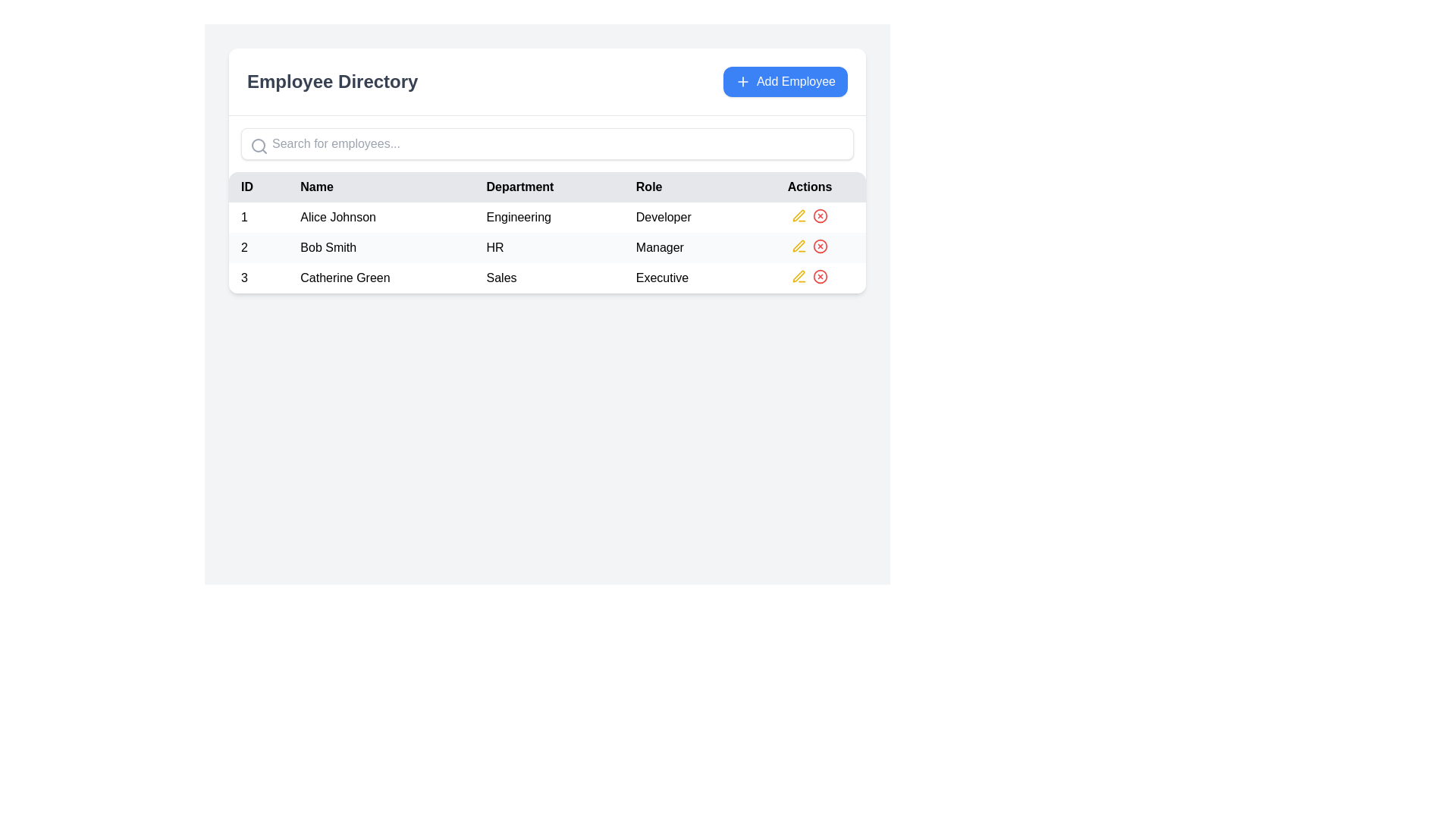  What do you see at coordinates (546, 233) in the screenshot?
I see `the 'Department' cell in the employee data table for 'Alice Johnson', located adjacent to 'Engineering'` at bounding box center [546, 233].